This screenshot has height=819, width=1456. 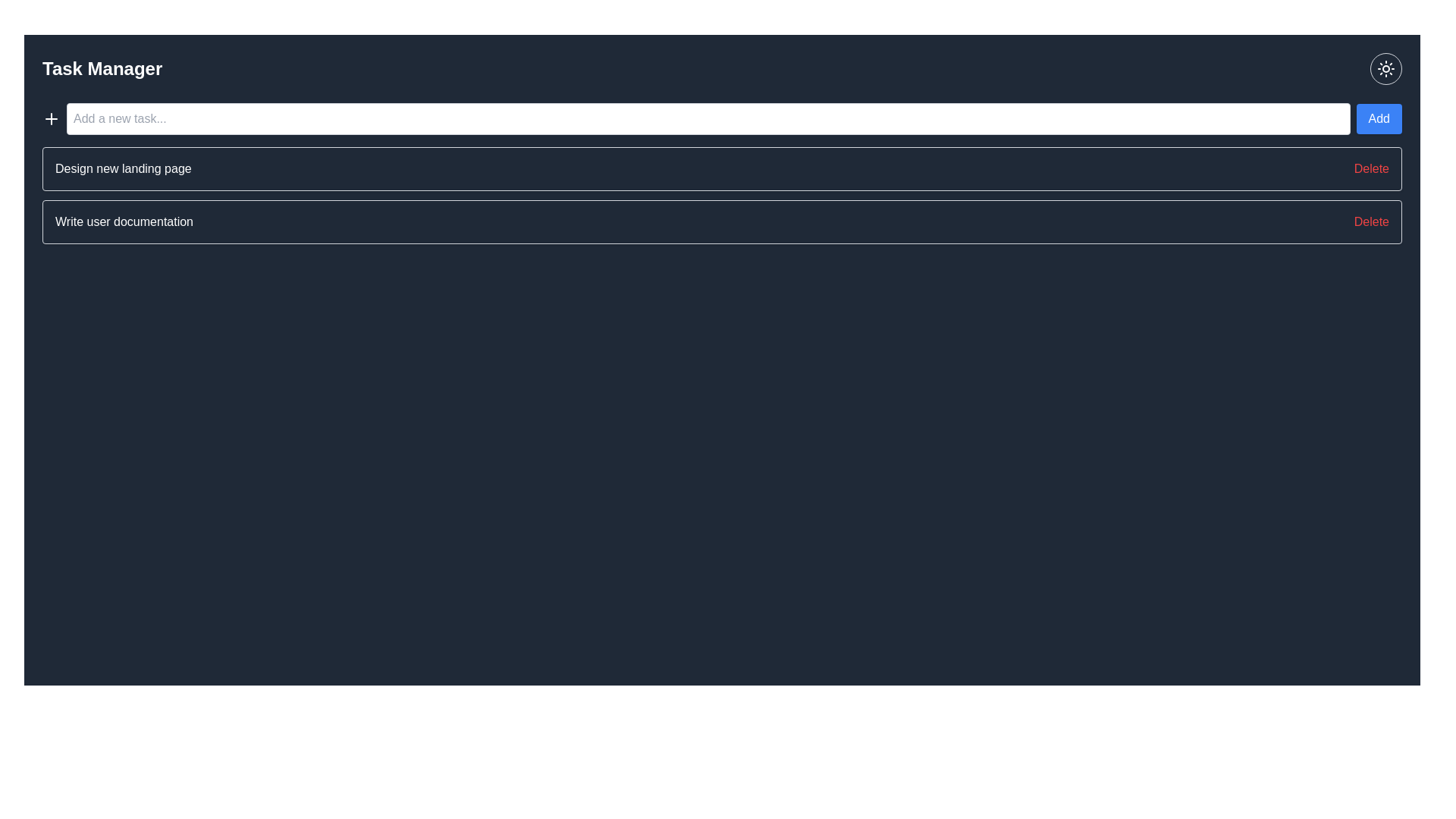 I want to click on the 'Delete' button, which is styled in red and located on the far right side of the task item row containing 'Write user documentation', so click(x=1371, y=222).